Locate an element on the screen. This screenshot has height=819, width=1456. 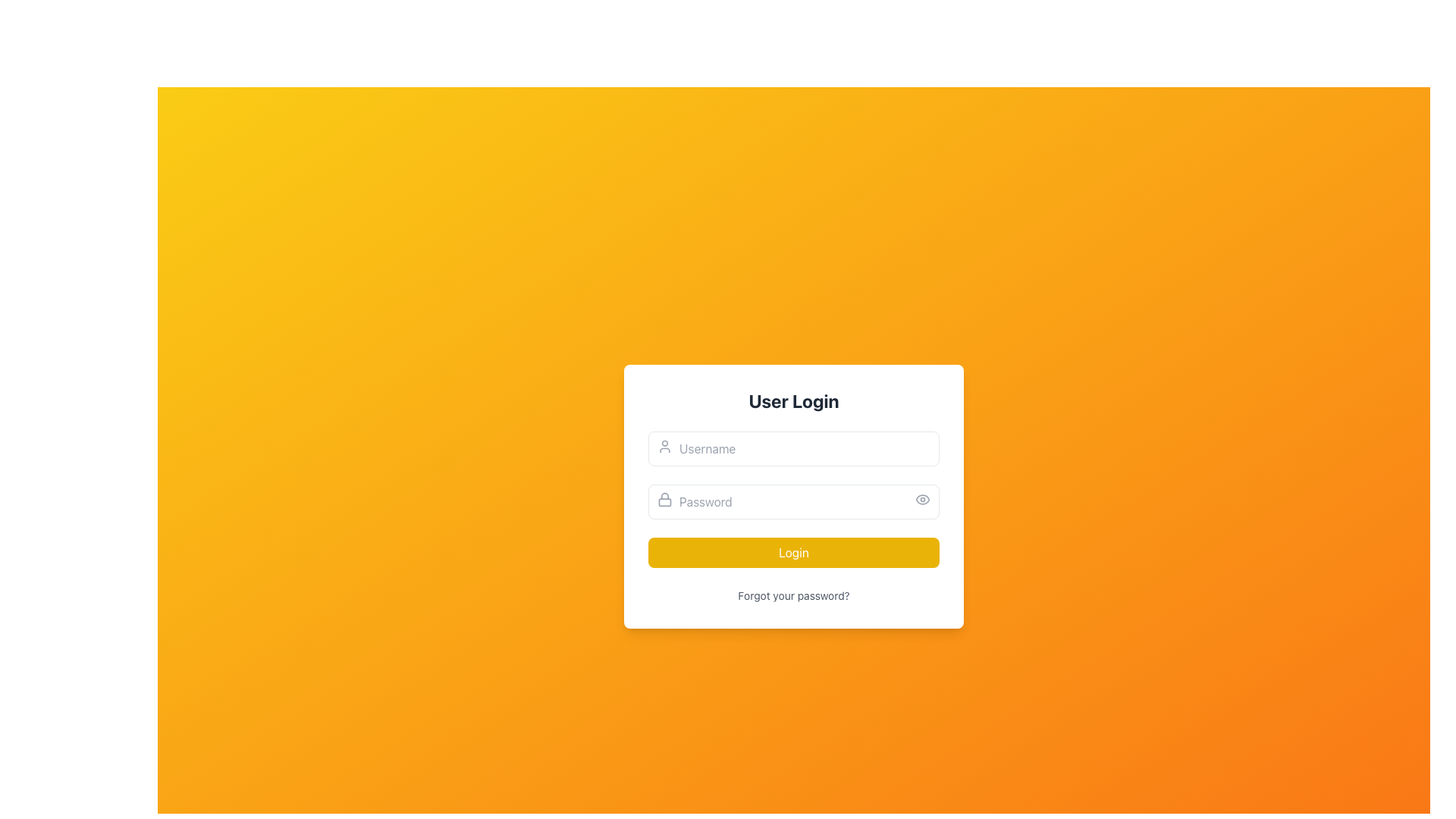
the hyperlink located at the bottom of the login card, directly below the 'Login' button is located at coordinates (792, 595).